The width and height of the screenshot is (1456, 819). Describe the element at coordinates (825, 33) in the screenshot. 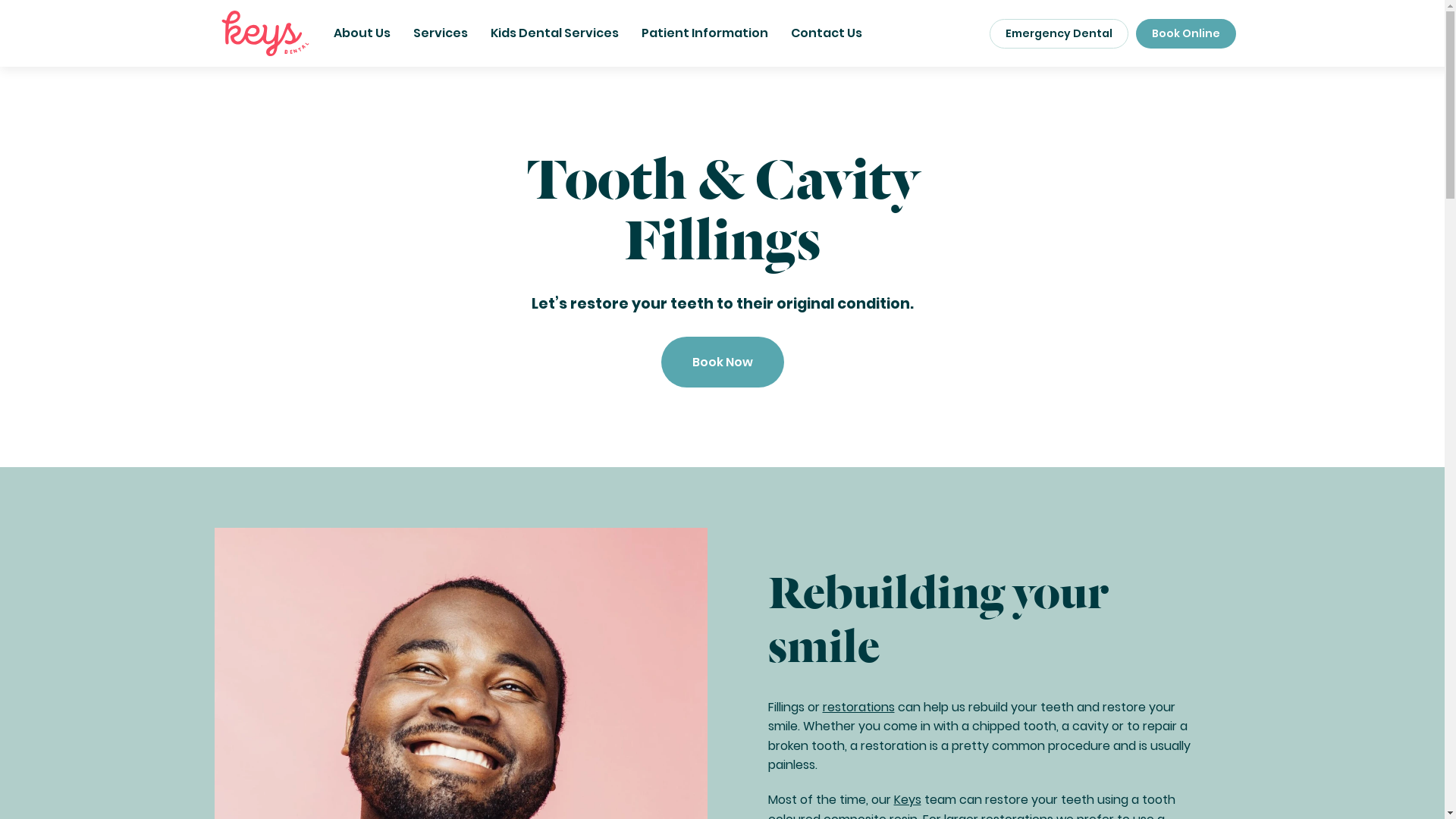

I see `'Contact Us'` at that location.